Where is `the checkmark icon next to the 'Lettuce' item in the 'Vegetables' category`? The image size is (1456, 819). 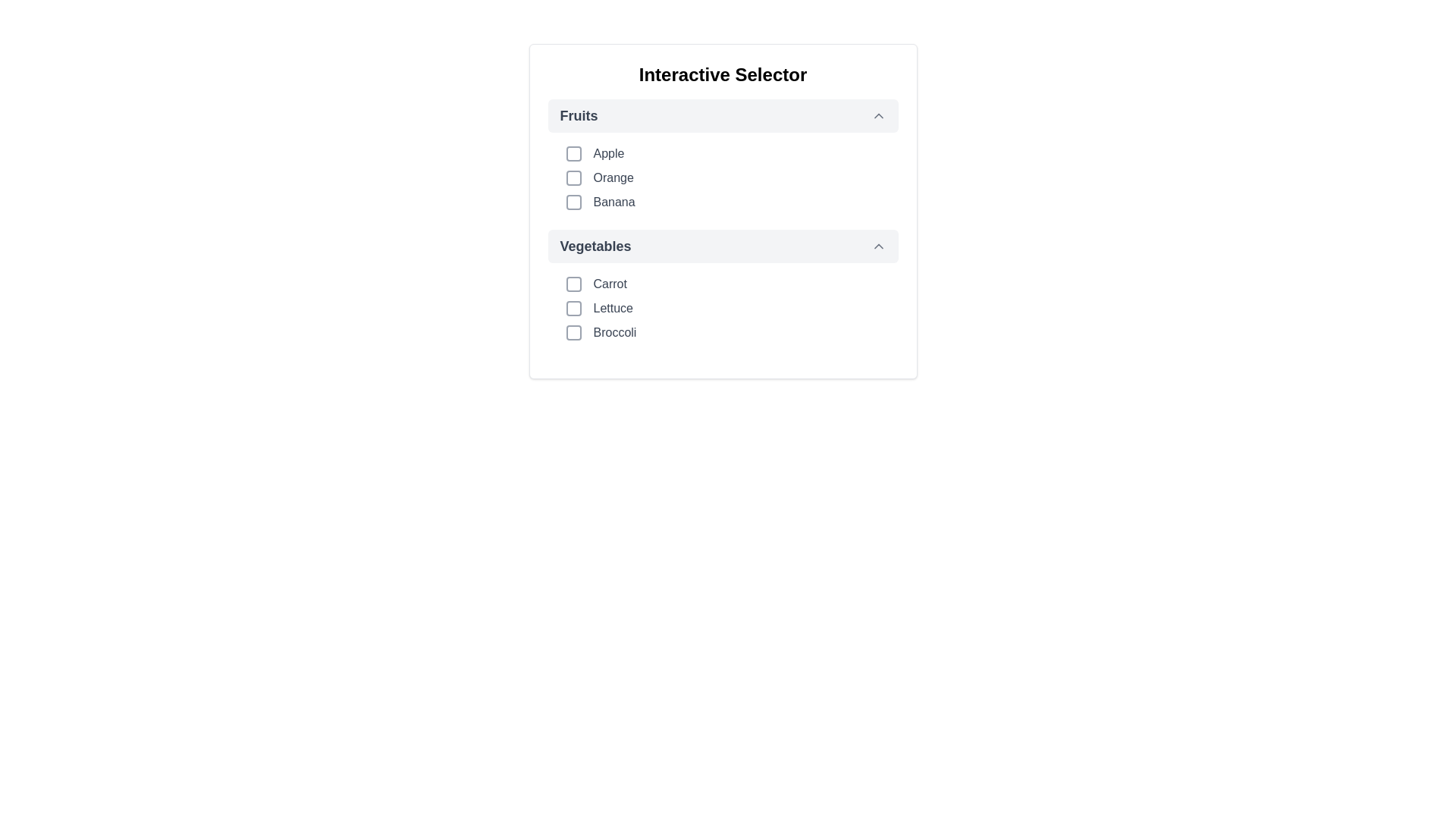 the checkmark icon next to the 'Lettuce' item in the 'Vegetables' category is located at coordinates (573, 308).